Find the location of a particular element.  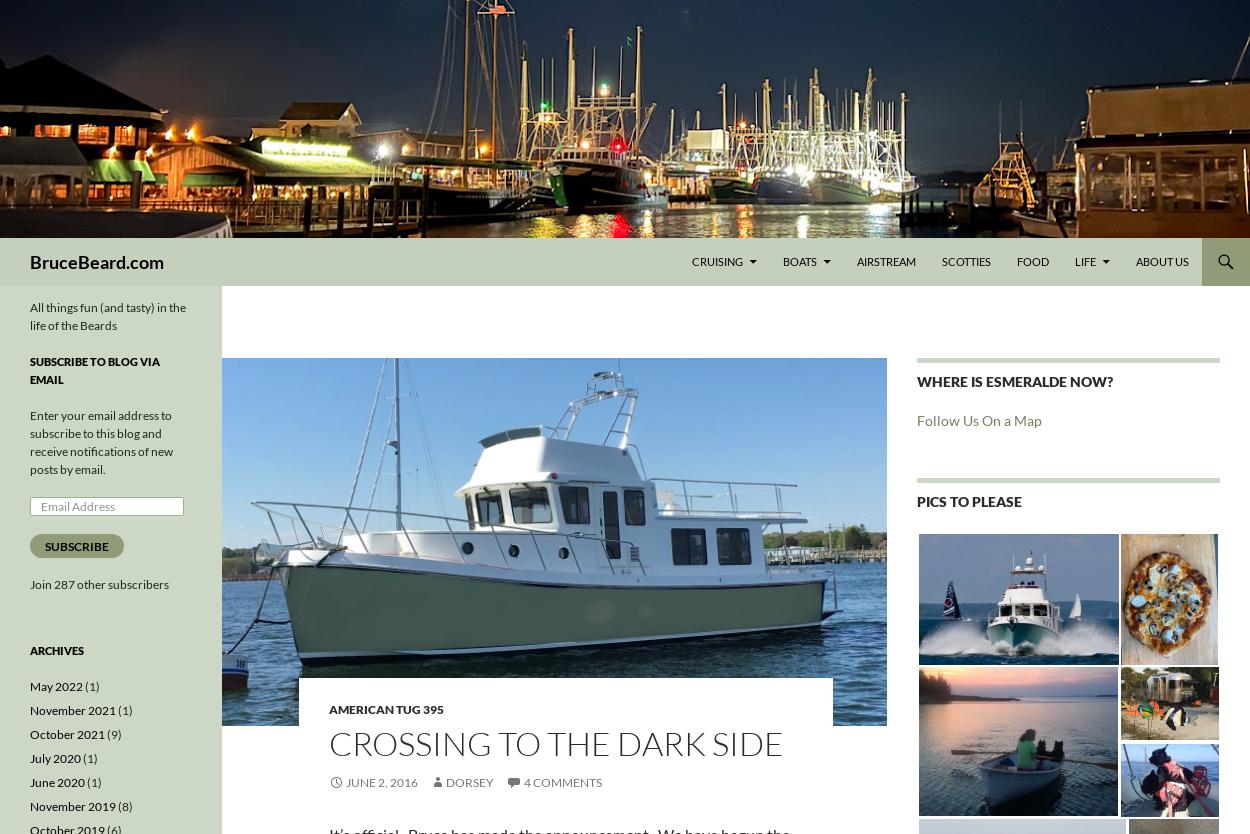

'November 2019' is located at coordinates (72, 805).